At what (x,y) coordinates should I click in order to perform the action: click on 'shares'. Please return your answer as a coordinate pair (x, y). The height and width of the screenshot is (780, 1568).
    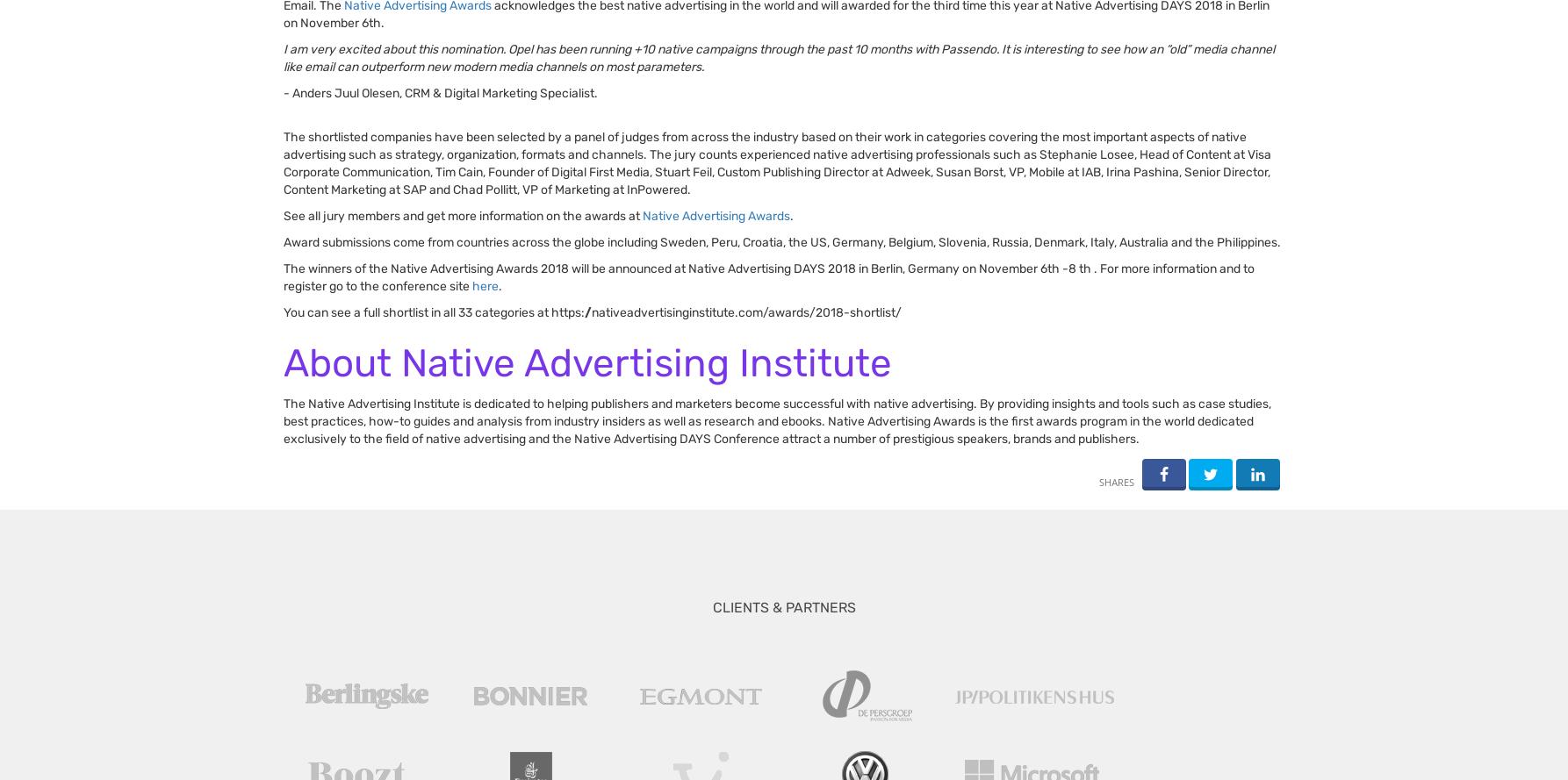
    Looking at the image, I should click on (1098, 481).